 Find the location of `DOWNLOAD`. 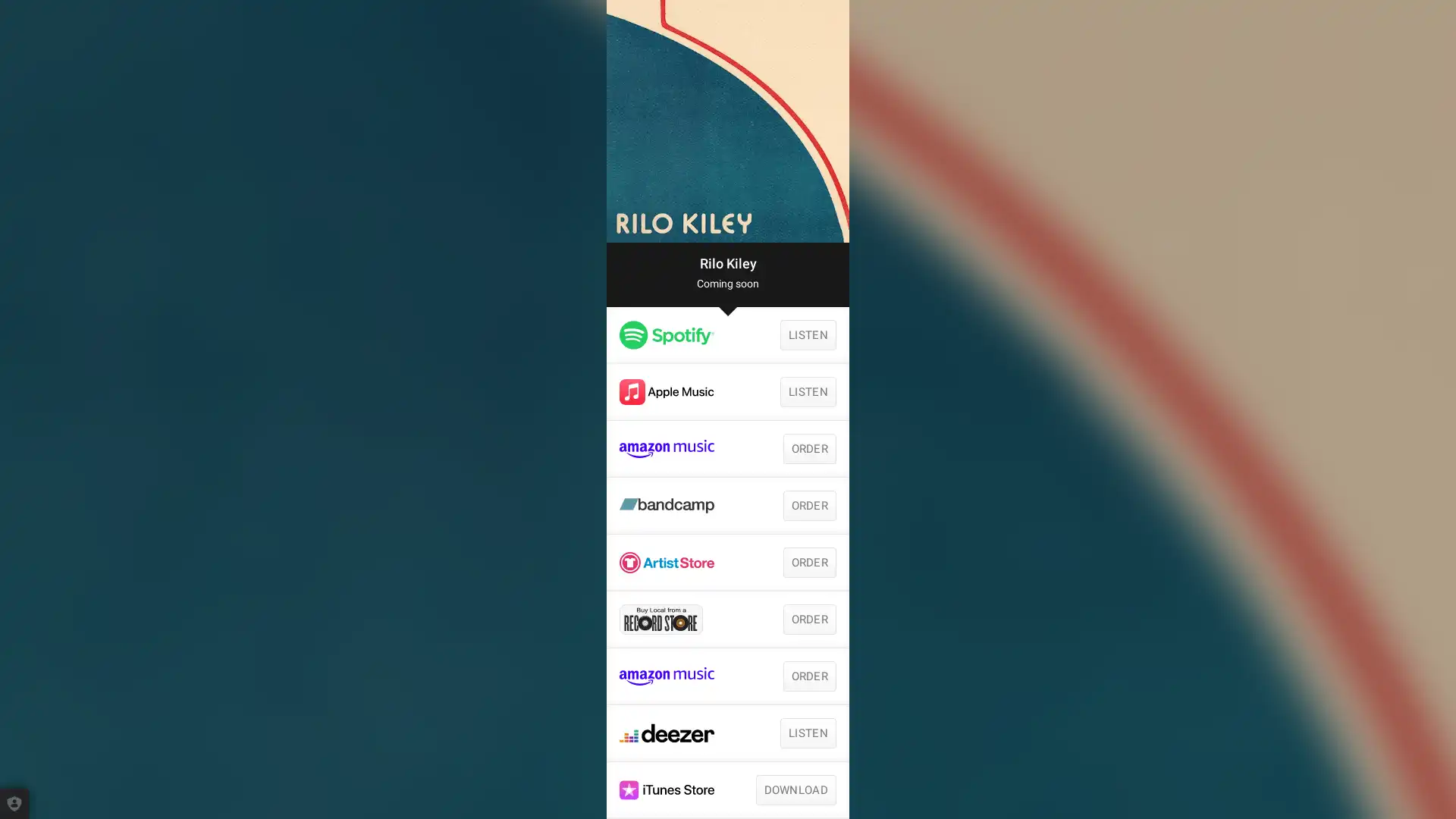

DOWNLOAD is located at coordinates (795, 789).